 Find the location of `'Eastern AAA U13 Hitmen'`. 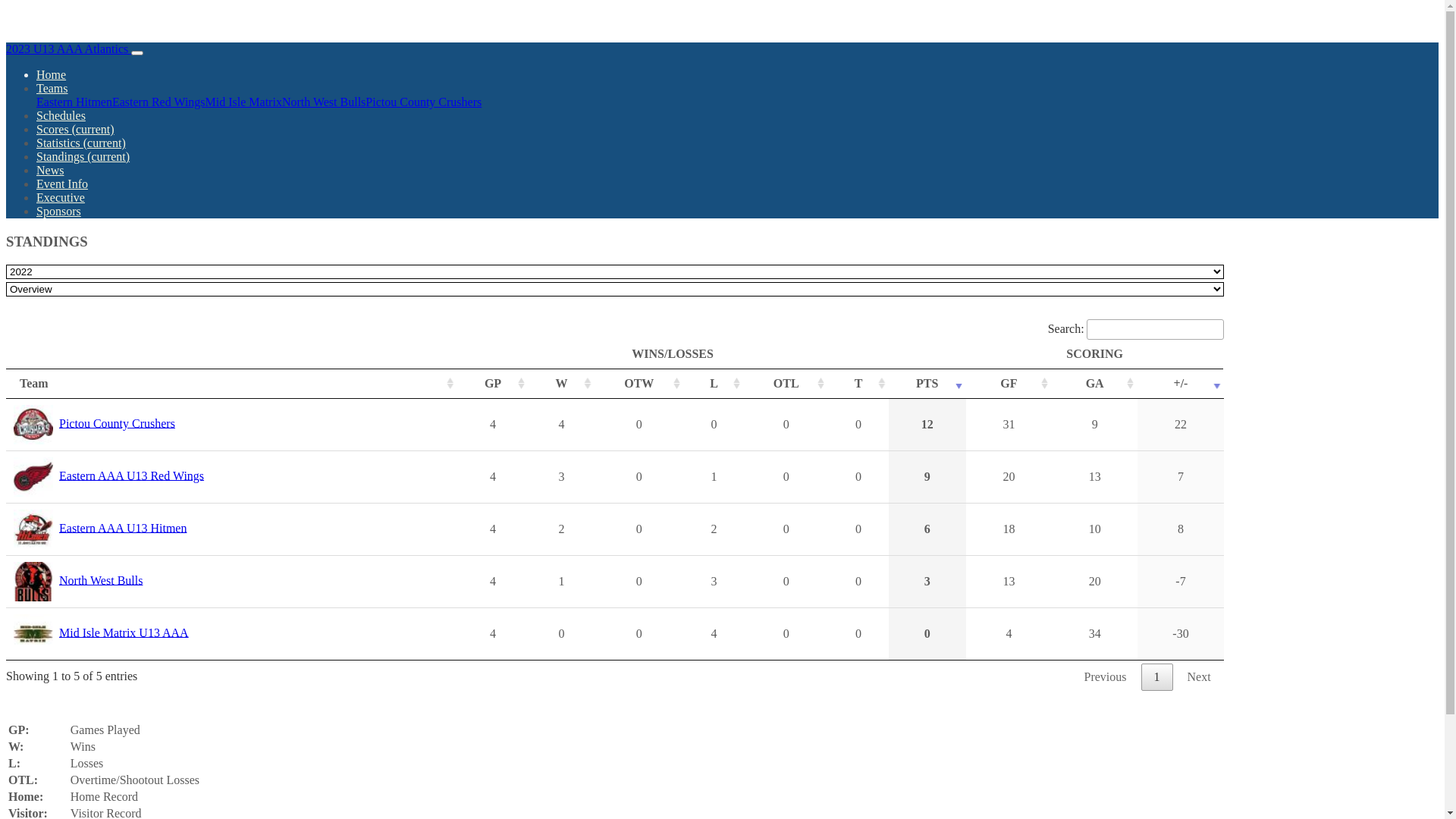

'Eastern AAA U13 Hitmen' is located at coordinates (123, 526).